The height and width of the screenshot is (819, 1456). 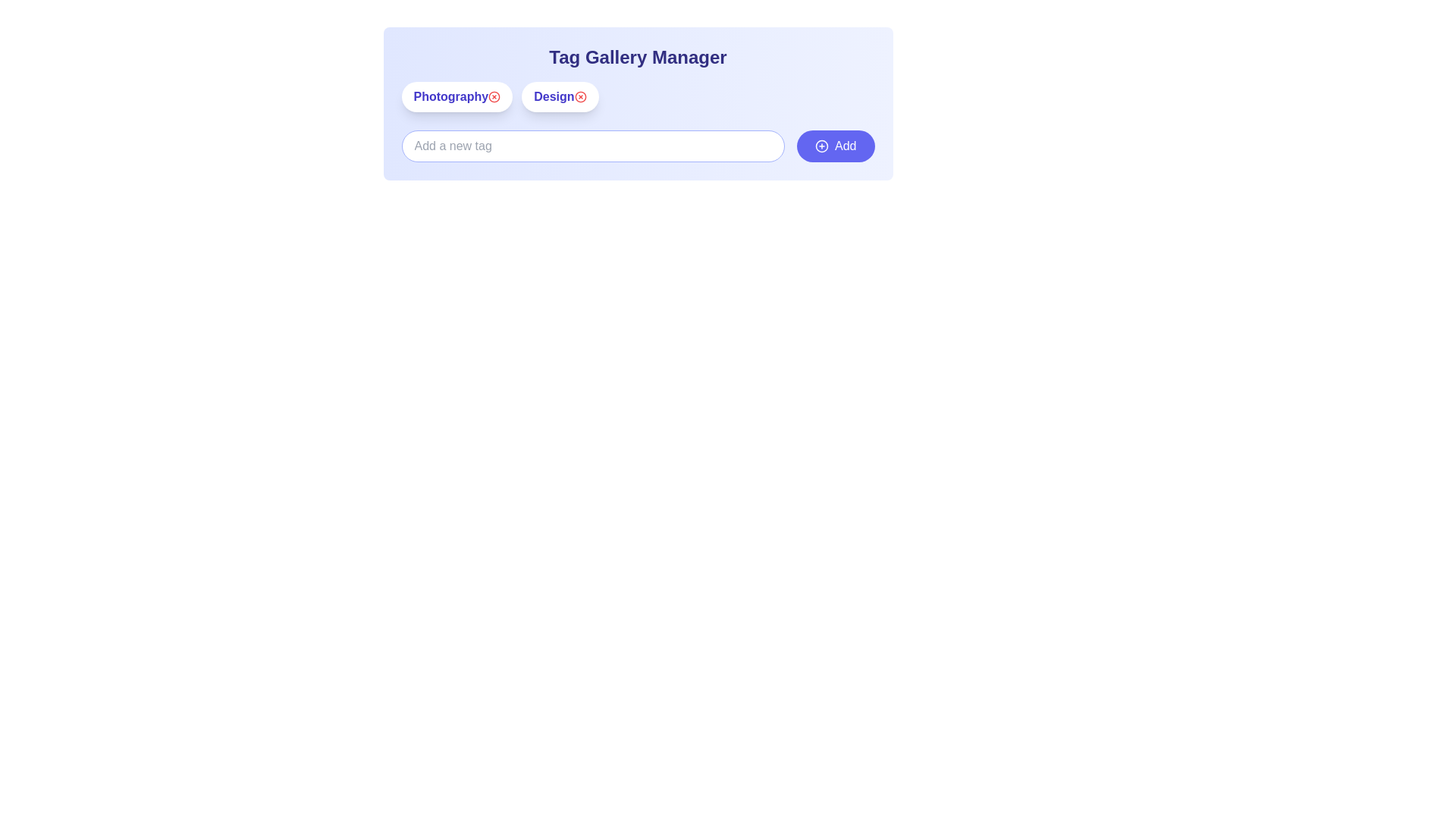 What do you see at coordinates (553, 96) in the screenshot?
I see `the text label displaying 'Design' in a bold indigo-colored font, which is positioned within a pill-shaped button below the heading 'Tag Gallery Manager'` at bounding box center [553, 96].